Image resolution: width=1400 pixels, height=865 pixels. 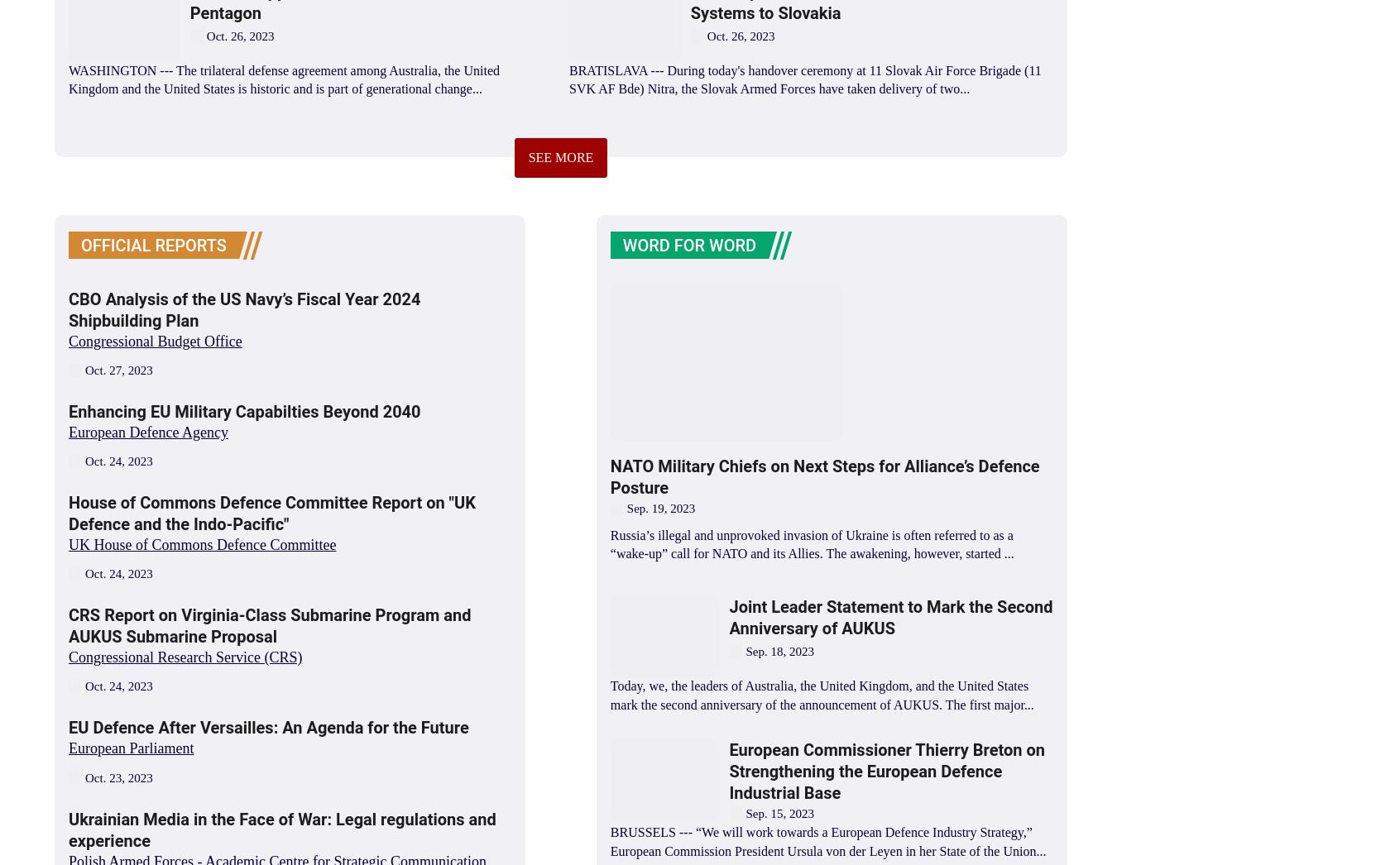 What do you see at coordinates (117, 368) in the screenshot?
I see `'Oct. 27, 2023'` at bounding box center [117, 368].